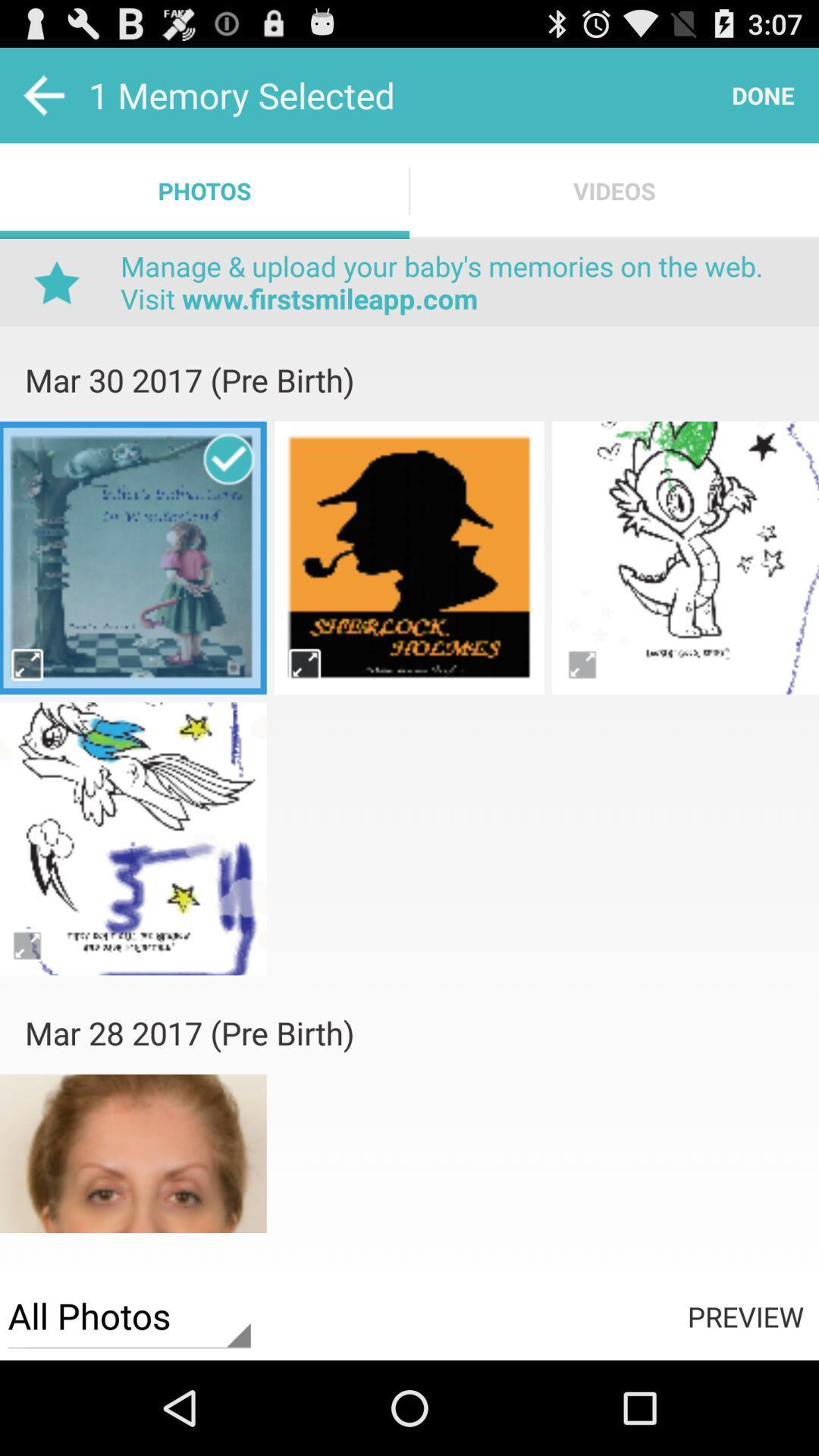 Image resolution: width=819 pixels, height=1456 pixels. What do you see at coordinates (581, 664) in the screenshot?
I see `this image full screen` at bounding box center [581, 664].